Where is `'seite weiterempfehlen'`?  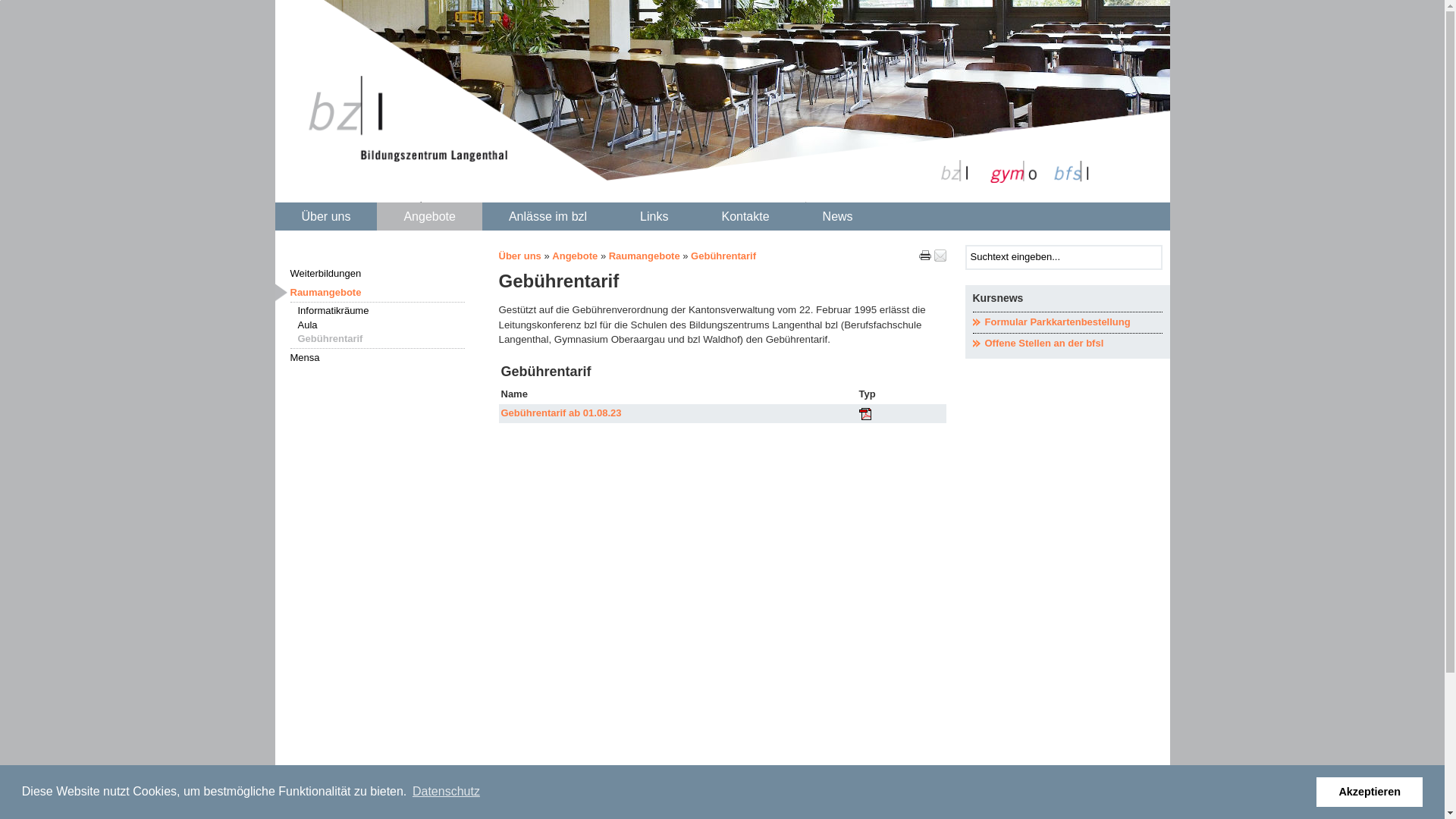
'seite weiterempfehlen' is located at coordinates (939, 254).